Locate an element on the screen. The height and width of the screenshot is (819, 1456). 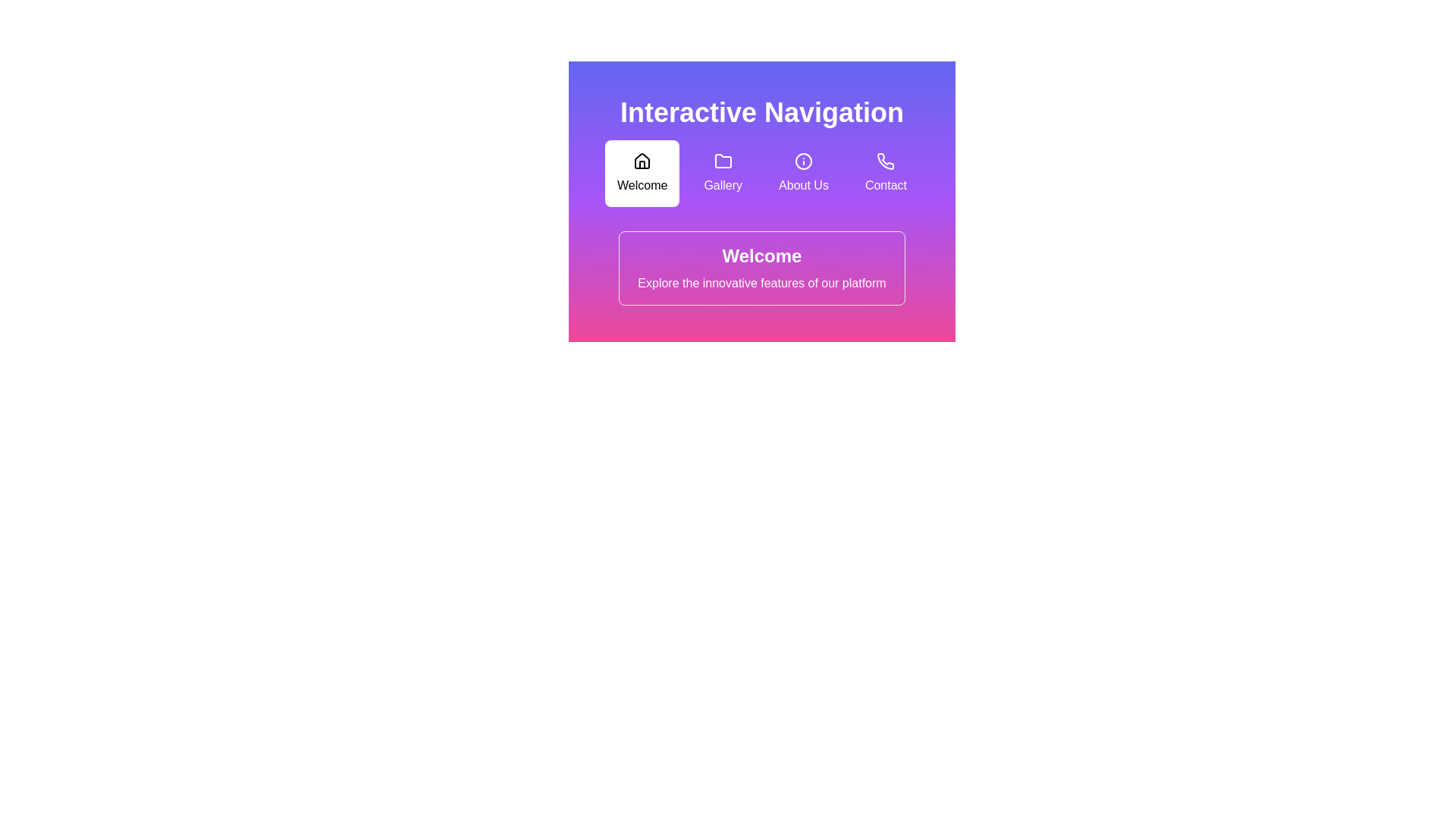
the circular 'About Us' button with an 'i' icon is located at coordinates (803, 172).